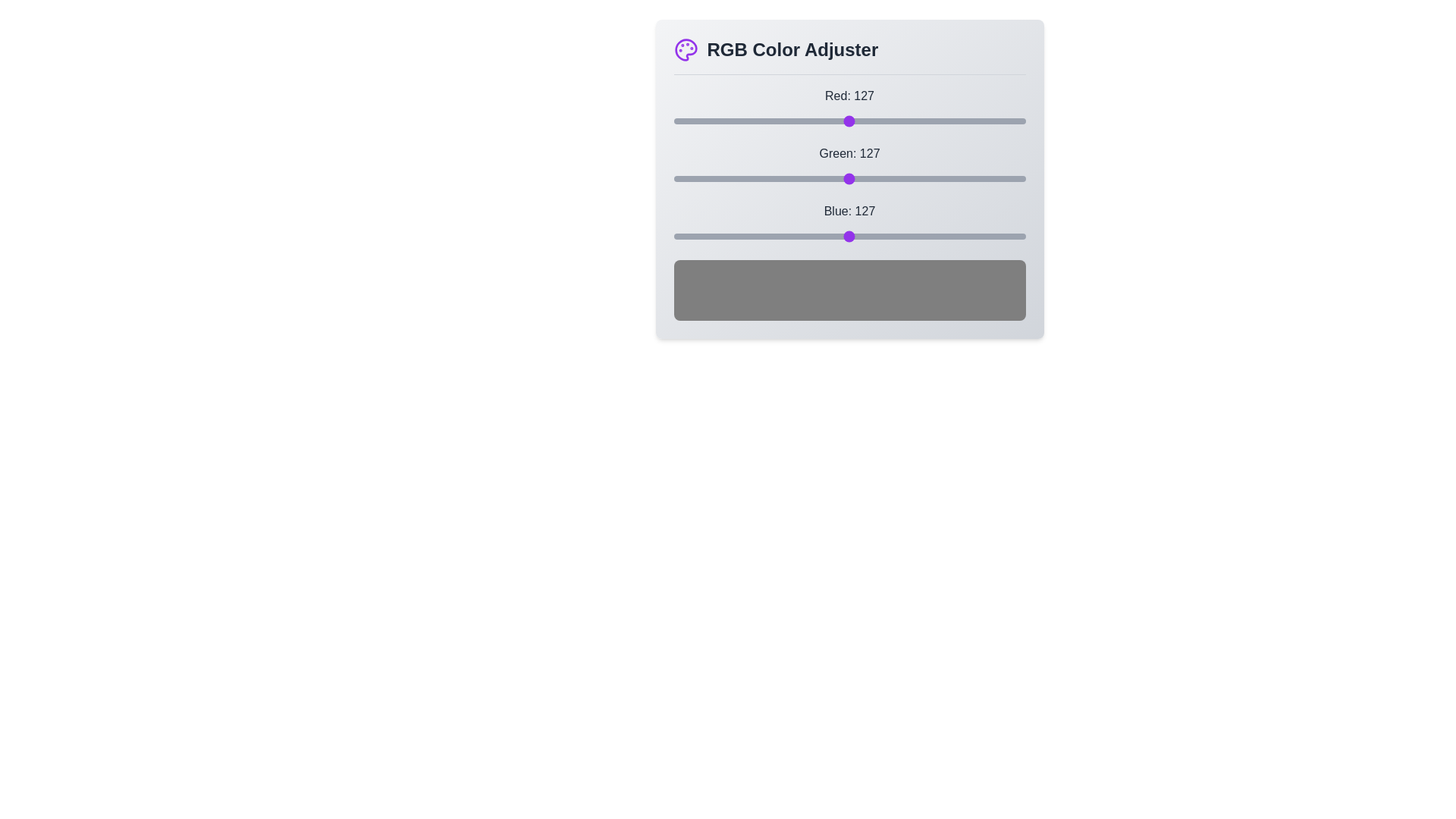 The height and width of the screenshot is (819, 1456). Describe the element at coordinates (749, 120) in the screenshot. I see `the red slider to set the red component to 55` at that location.